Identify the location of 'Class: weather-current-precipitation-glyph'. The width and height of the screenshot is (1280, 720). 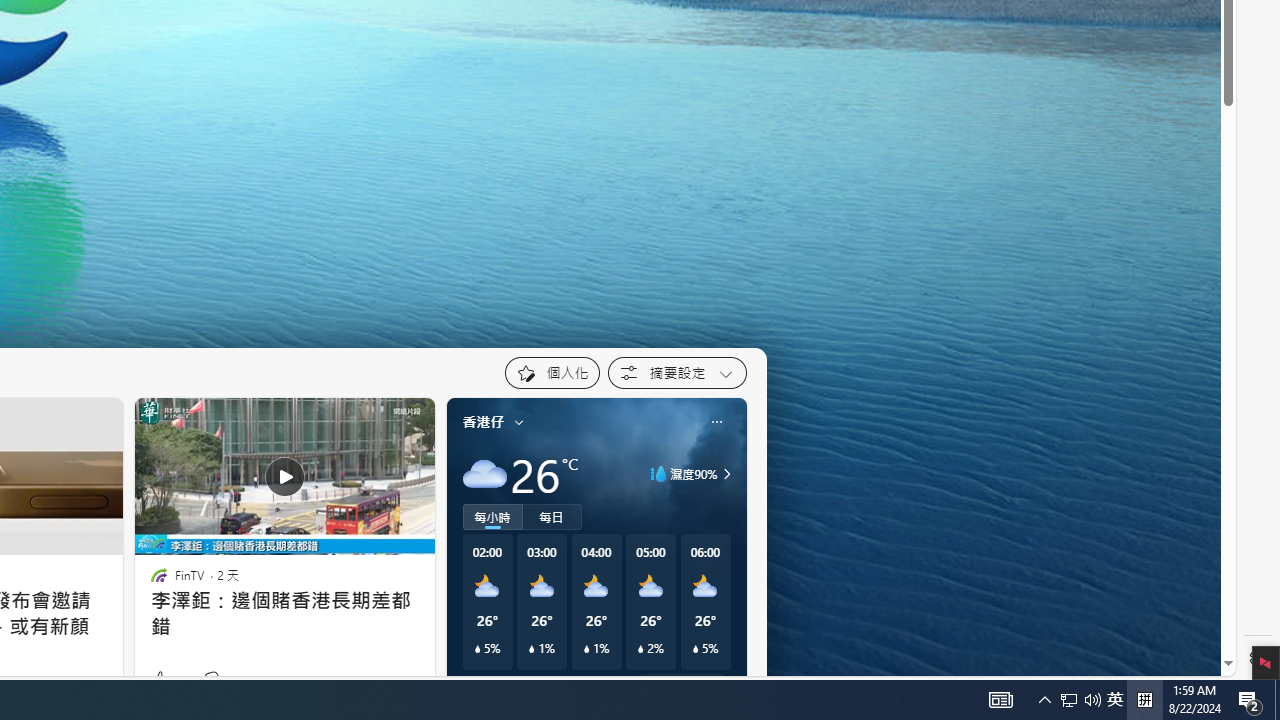
(695, 649).